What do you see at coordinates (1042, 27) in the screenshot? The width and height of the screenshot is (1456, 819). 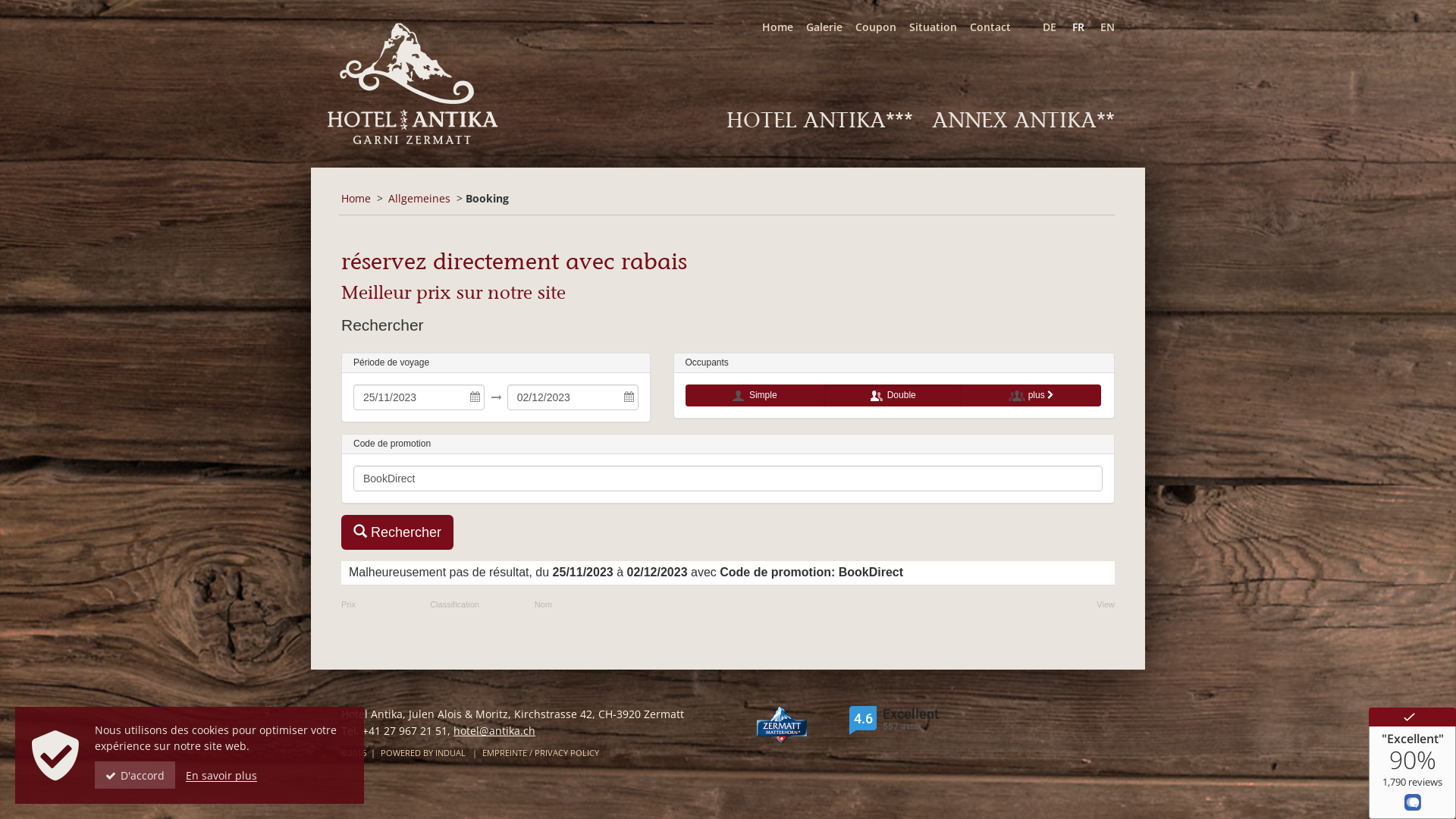 I see `'DE'` at bounding box center [1042, 27].